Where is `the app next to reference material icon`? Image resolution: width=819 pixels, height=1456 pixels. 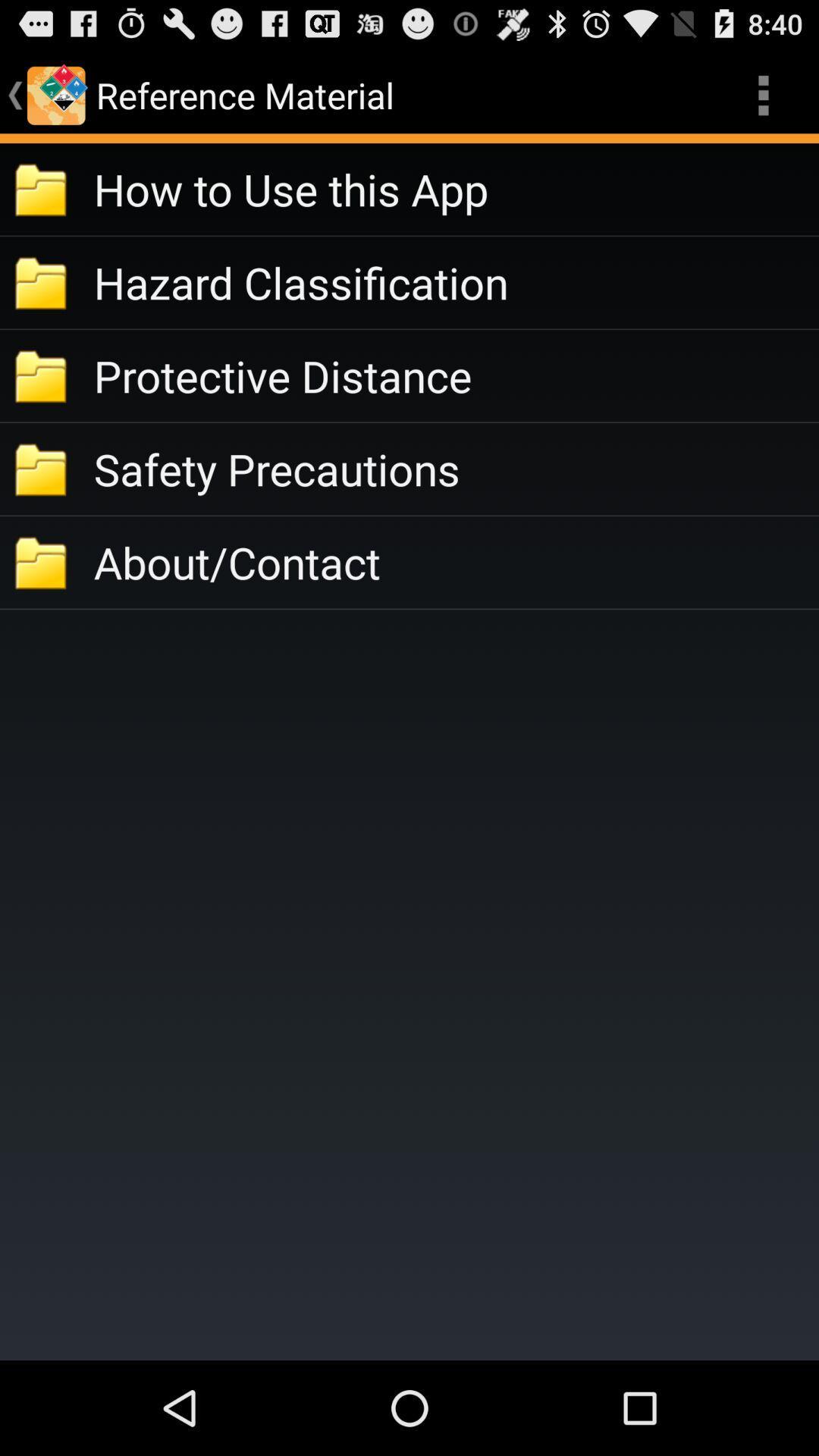 the app next to reference material icon is located at coordinates (763, 94).